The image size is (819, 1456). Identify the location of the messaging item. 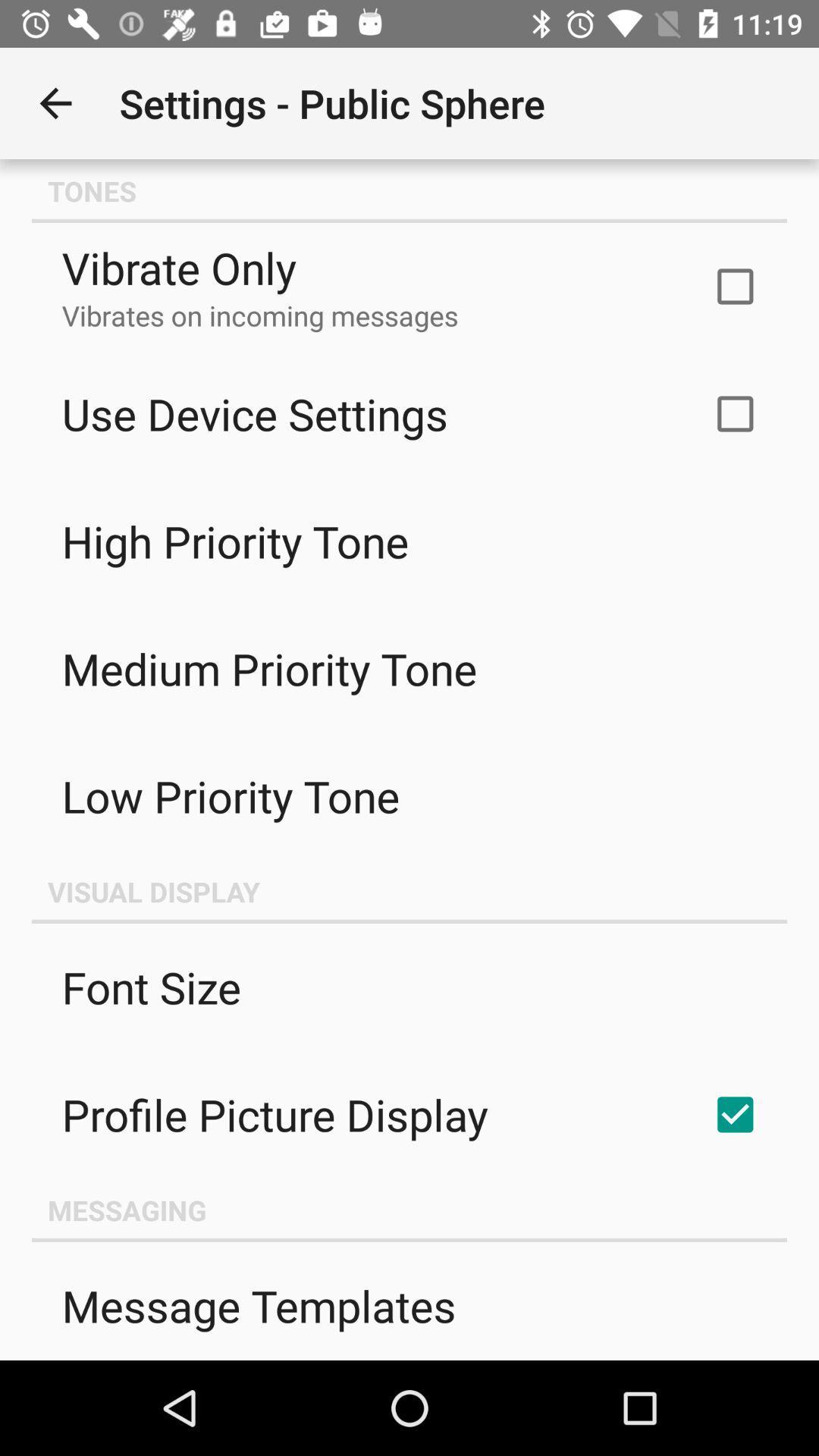
(409, 1209).